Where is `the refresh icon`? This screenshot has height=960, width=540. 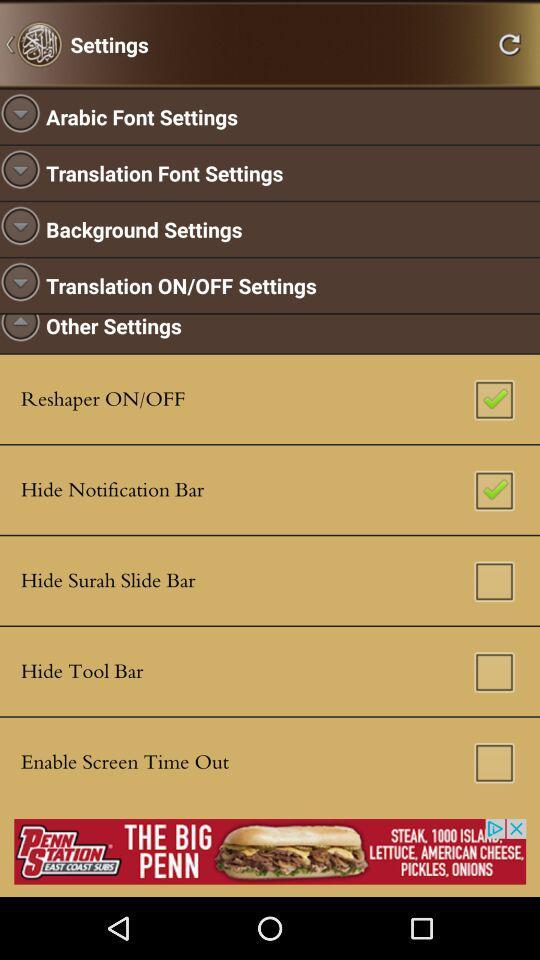 the refresh icon is located at coordinates (509, 46).